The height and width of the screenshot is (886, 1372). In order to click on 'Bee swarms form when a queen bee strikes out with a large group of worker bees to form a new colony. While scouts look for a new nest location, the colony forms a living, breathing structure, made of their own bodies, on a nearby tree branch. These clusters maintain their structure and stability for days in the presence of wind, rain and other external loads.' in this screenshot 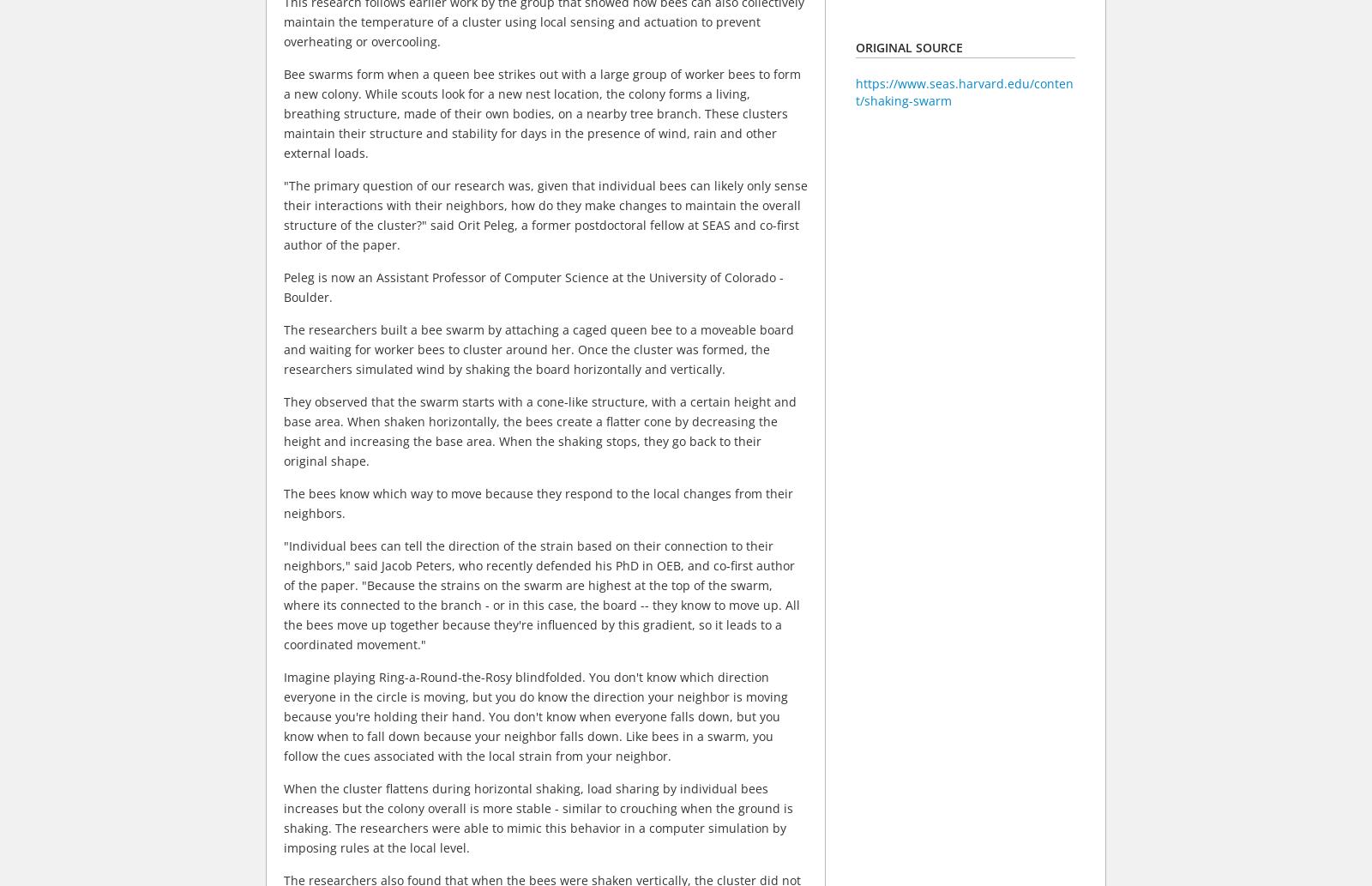, I will do `click(542, 113)`.